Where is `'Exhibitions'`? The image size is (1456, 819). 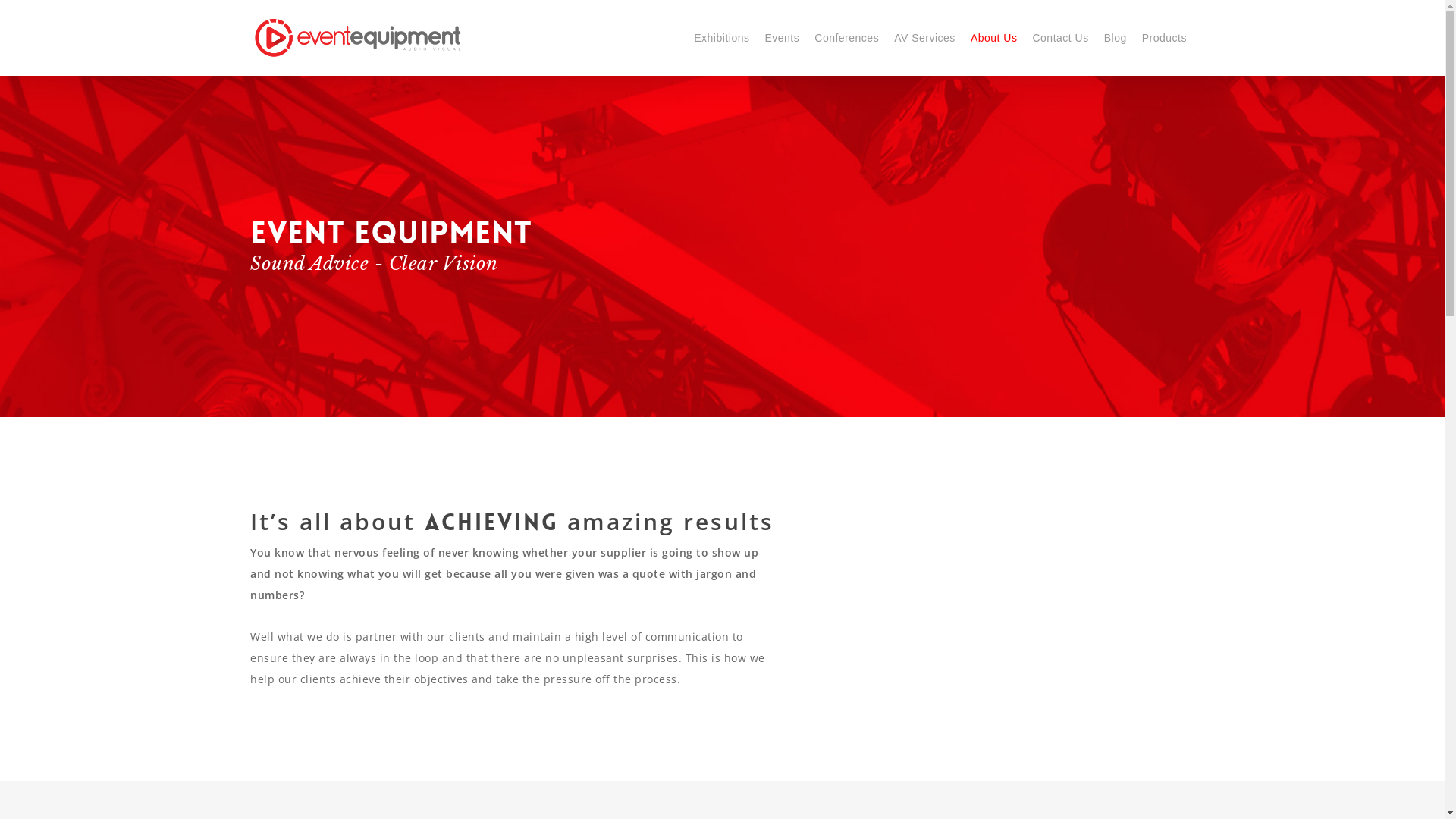 'Exhibitions' is located at coordinates (720, 37).